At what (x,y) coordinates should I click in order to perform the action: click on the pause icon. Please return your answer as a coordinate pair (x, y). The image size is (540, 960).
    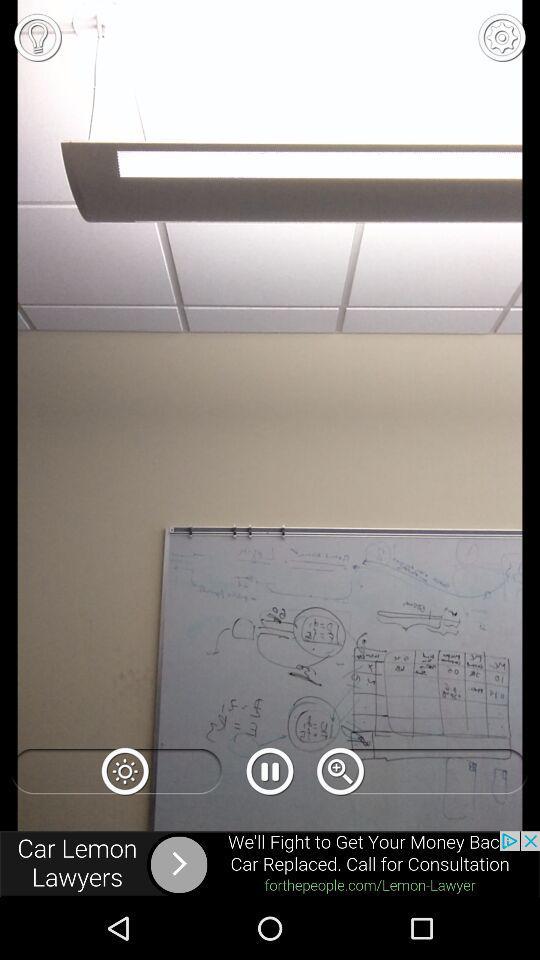
    Looking at the image, I should click on (270, 770).